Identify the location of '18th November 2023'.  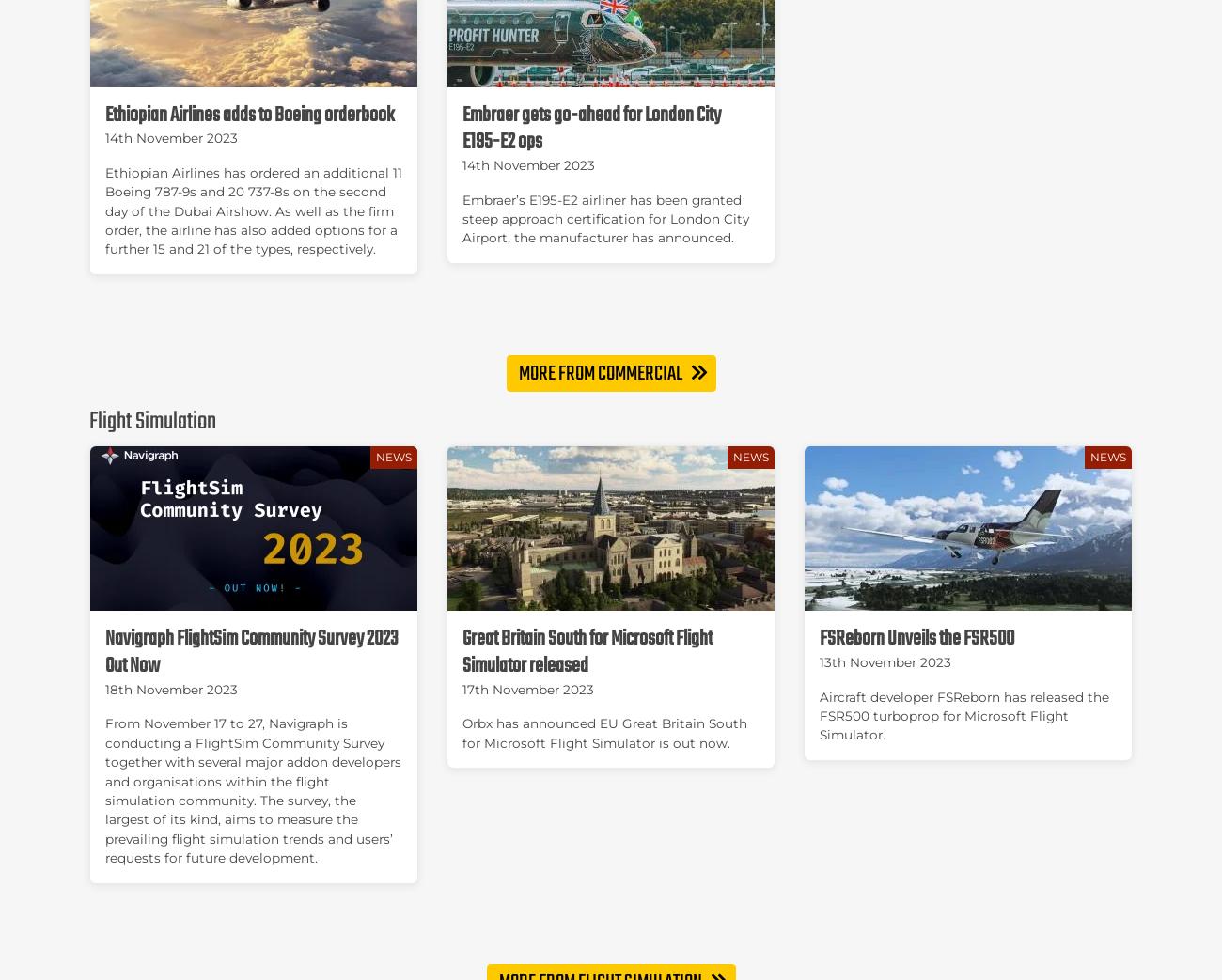
(104, 689).